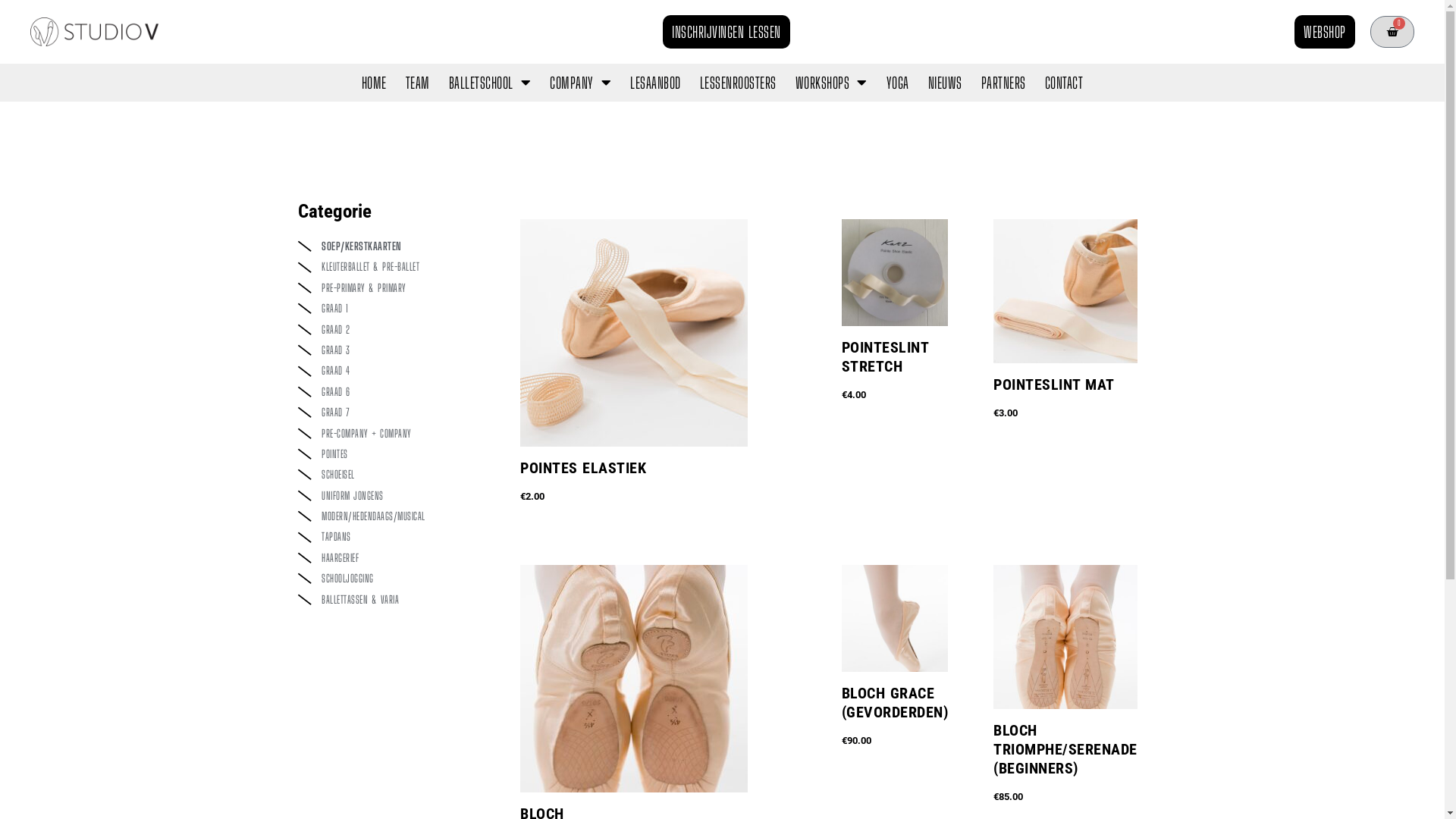 The height and width of the screenshot is (819, 1456). What do you see at coordinates (1392, 32) in the screenshot?
I see `'0` at bounding box center [1392, 32].